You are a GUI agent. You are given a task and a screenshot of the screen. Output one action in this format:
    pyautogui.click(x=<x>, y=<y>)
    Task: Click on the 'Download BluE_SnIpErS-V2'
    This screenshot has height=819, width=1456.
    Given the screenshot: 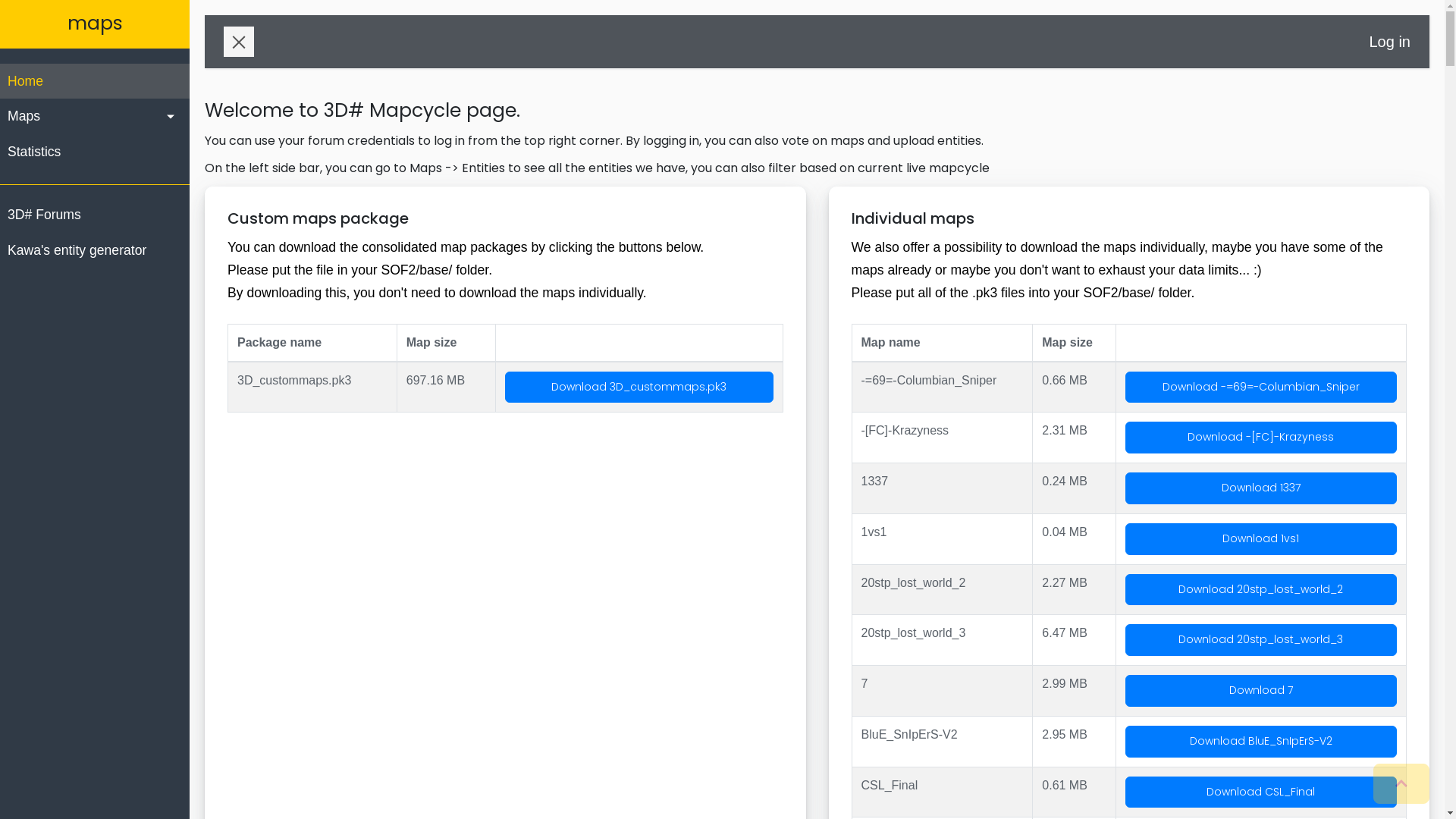 What is the action you would take?
    pyautogui.click(x=1260, y=741)
    